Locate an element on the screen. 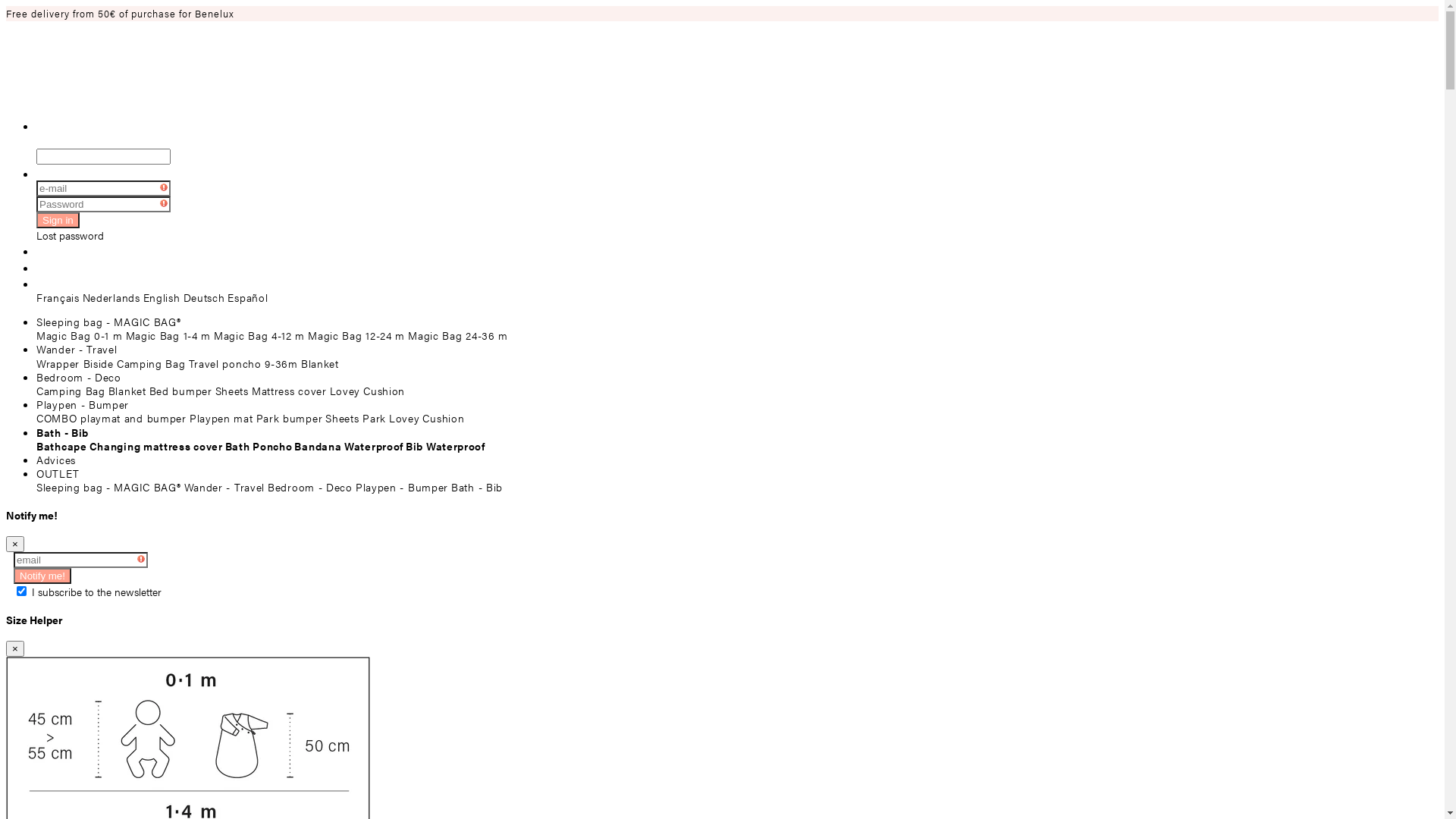 The image size is (1456, 819). 'Notify me!' is located at coordinates (42, 576).